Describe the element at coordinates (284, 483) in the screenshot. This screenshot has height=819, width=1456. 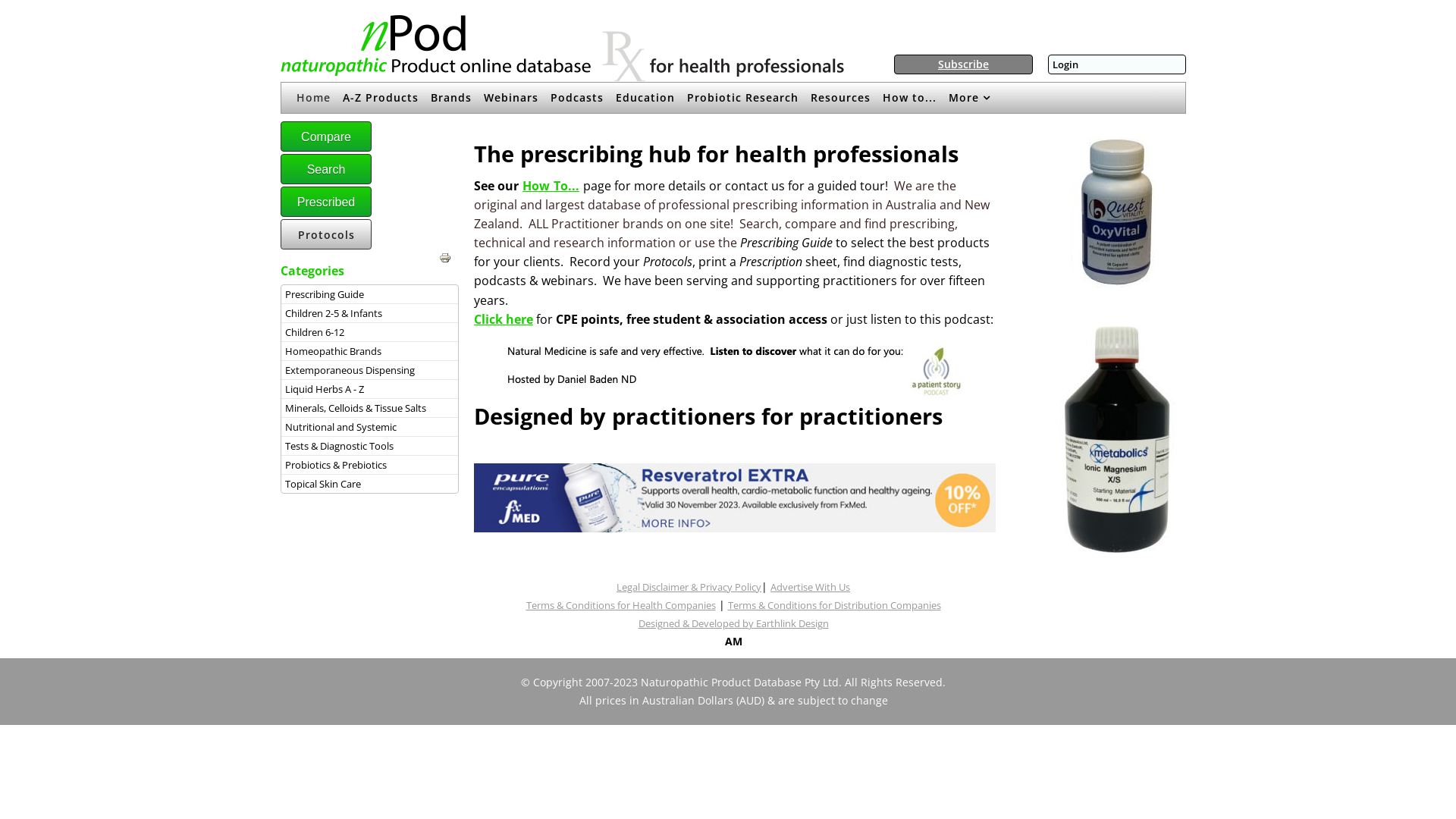
I see `'Topical Skin Care'` at that location.